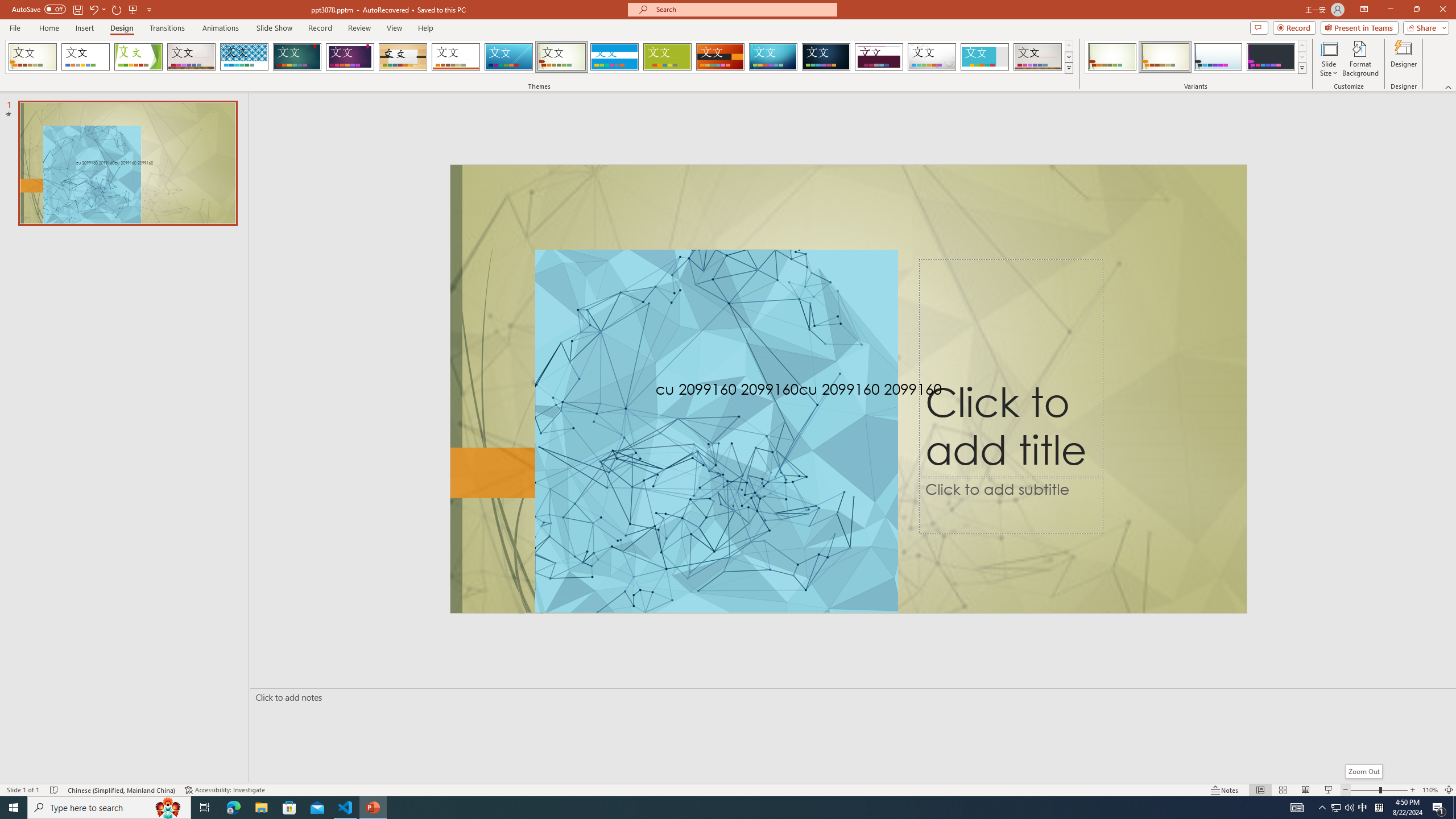  What do you see at coordinates (879, 56) in the screenshot?
I see `'Dividend Loading Preview...'` at bounding box center [879, 56].